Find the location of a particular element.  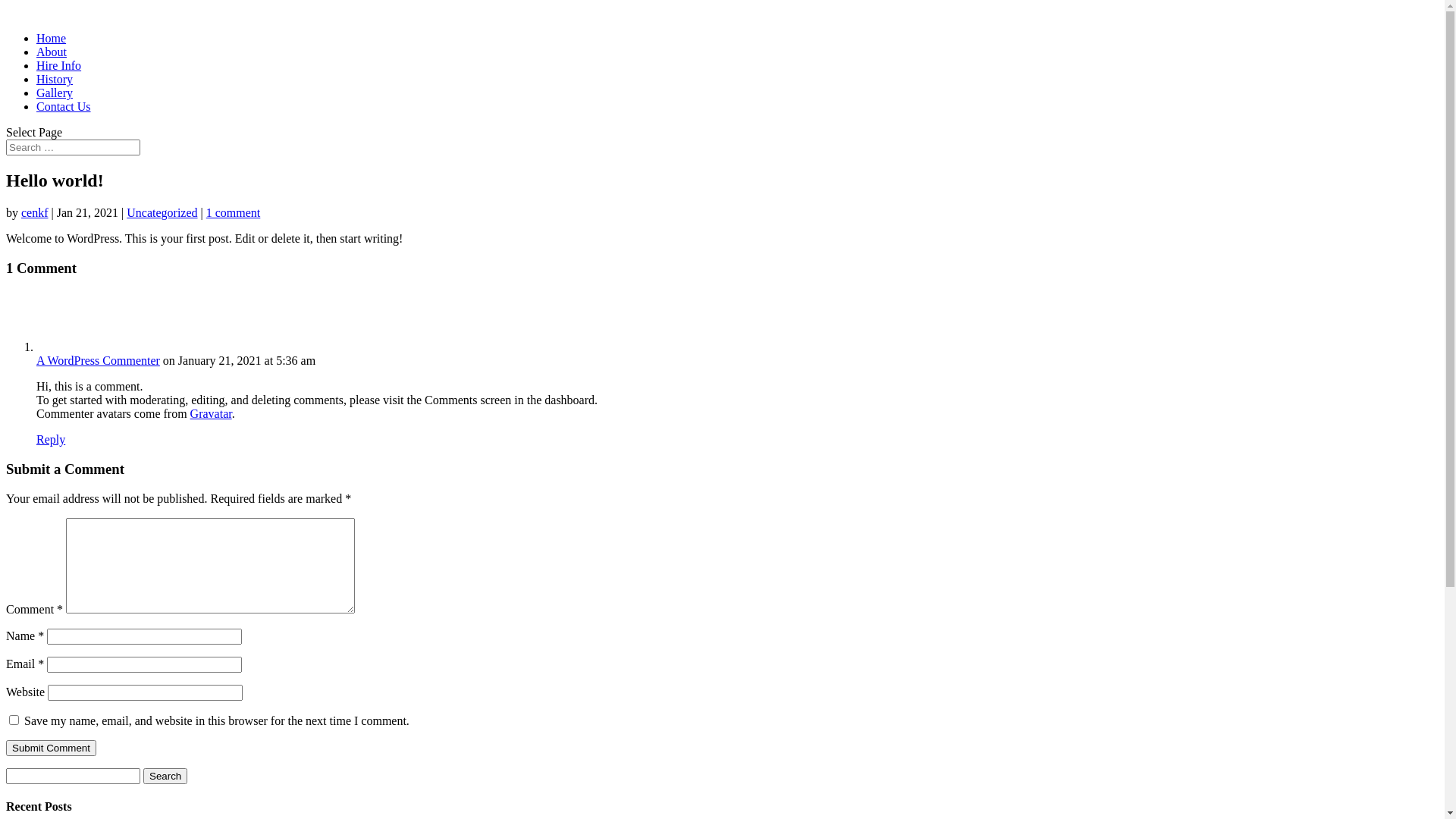

'cenkf' is located at coordinates (35, 212).